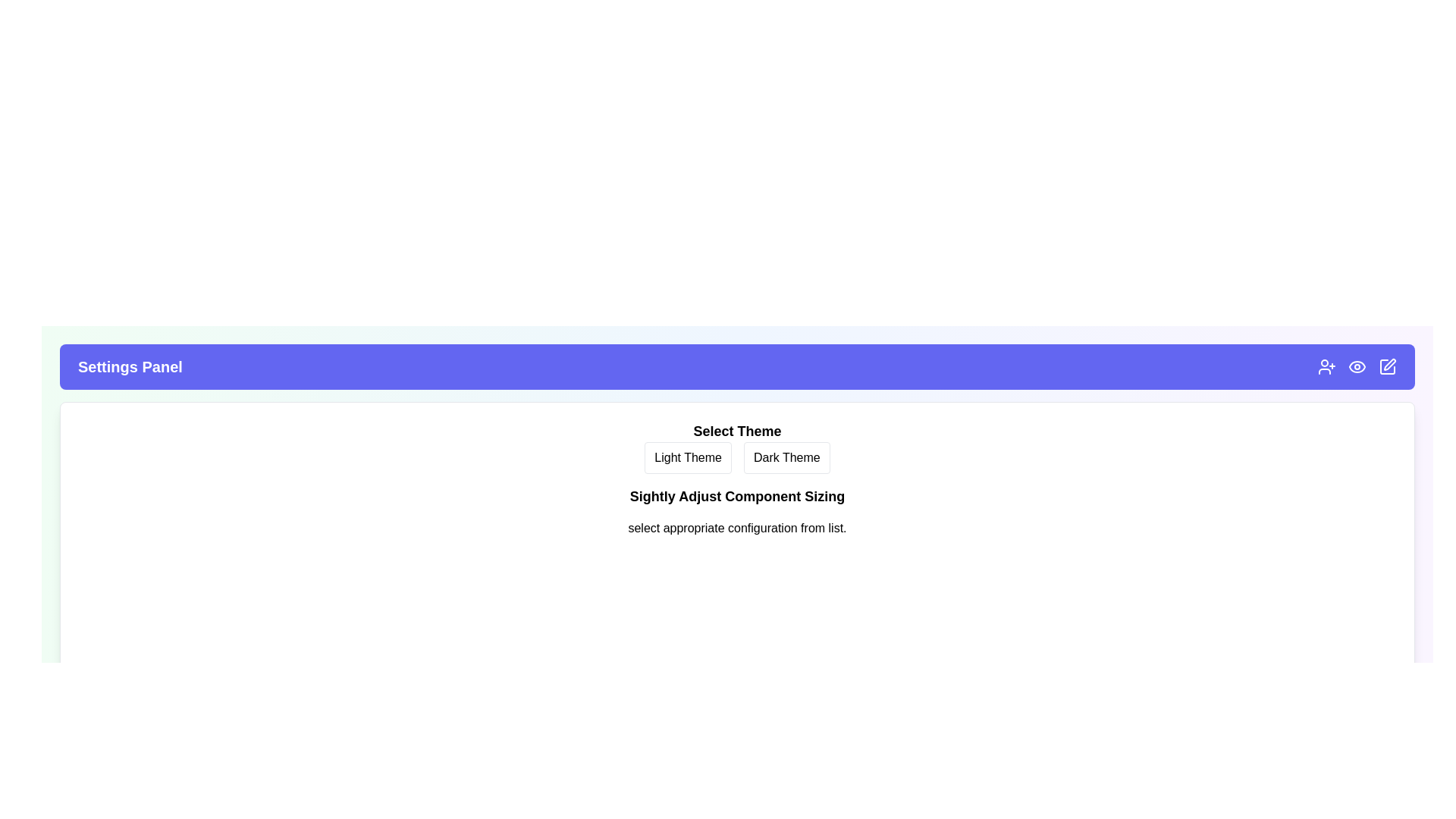  I want to click on the second icon representing 'view' or 'visibility', which is an eye symbol located between a user plus icon and a pencil icon, so click(1357, 366).